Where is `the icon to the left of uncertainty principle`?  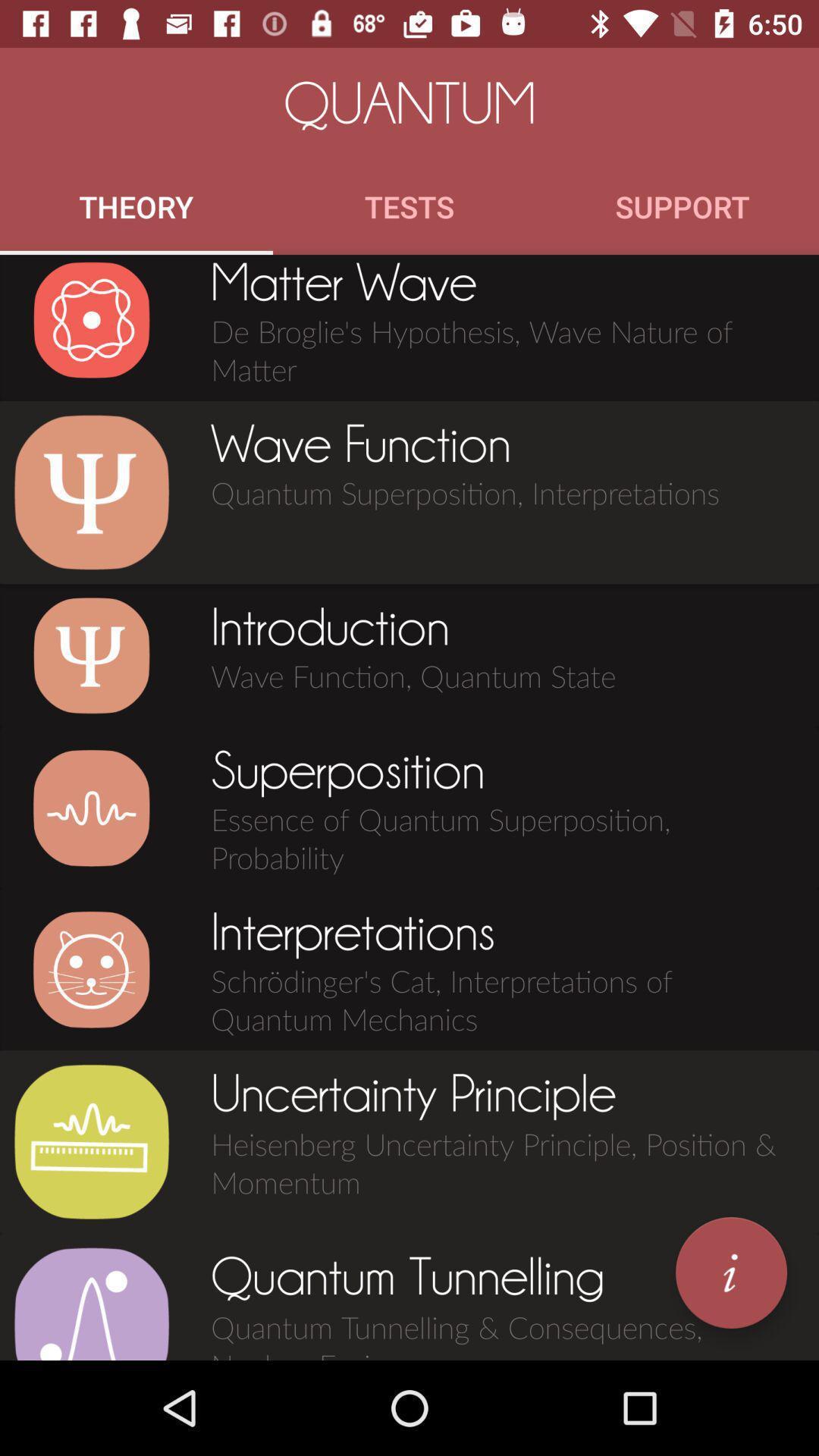 the icon to the left of uncertainty principle is located at coordinates (91, 1142).